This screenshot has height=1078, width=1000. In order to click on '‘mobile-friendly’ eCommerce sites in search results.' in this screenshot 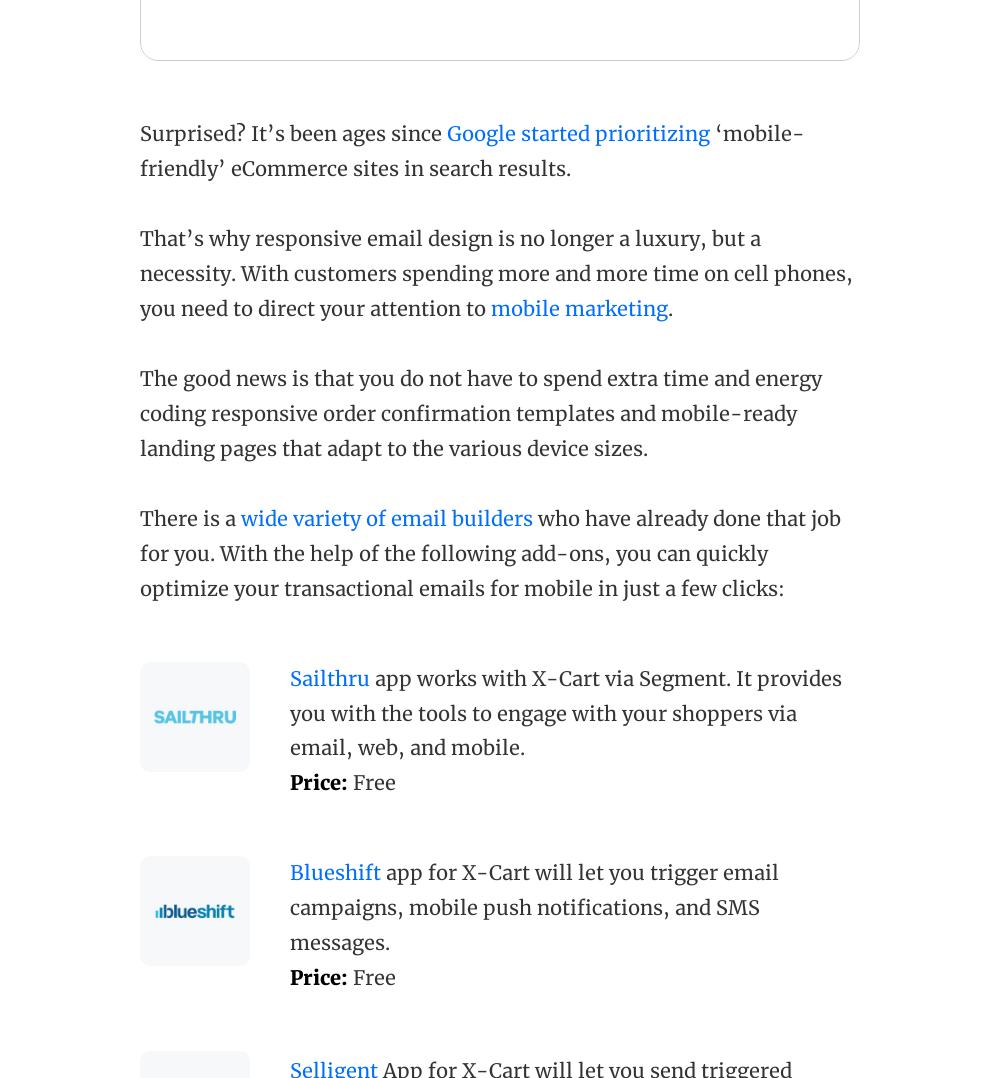, I will do `click(471, 149)`.